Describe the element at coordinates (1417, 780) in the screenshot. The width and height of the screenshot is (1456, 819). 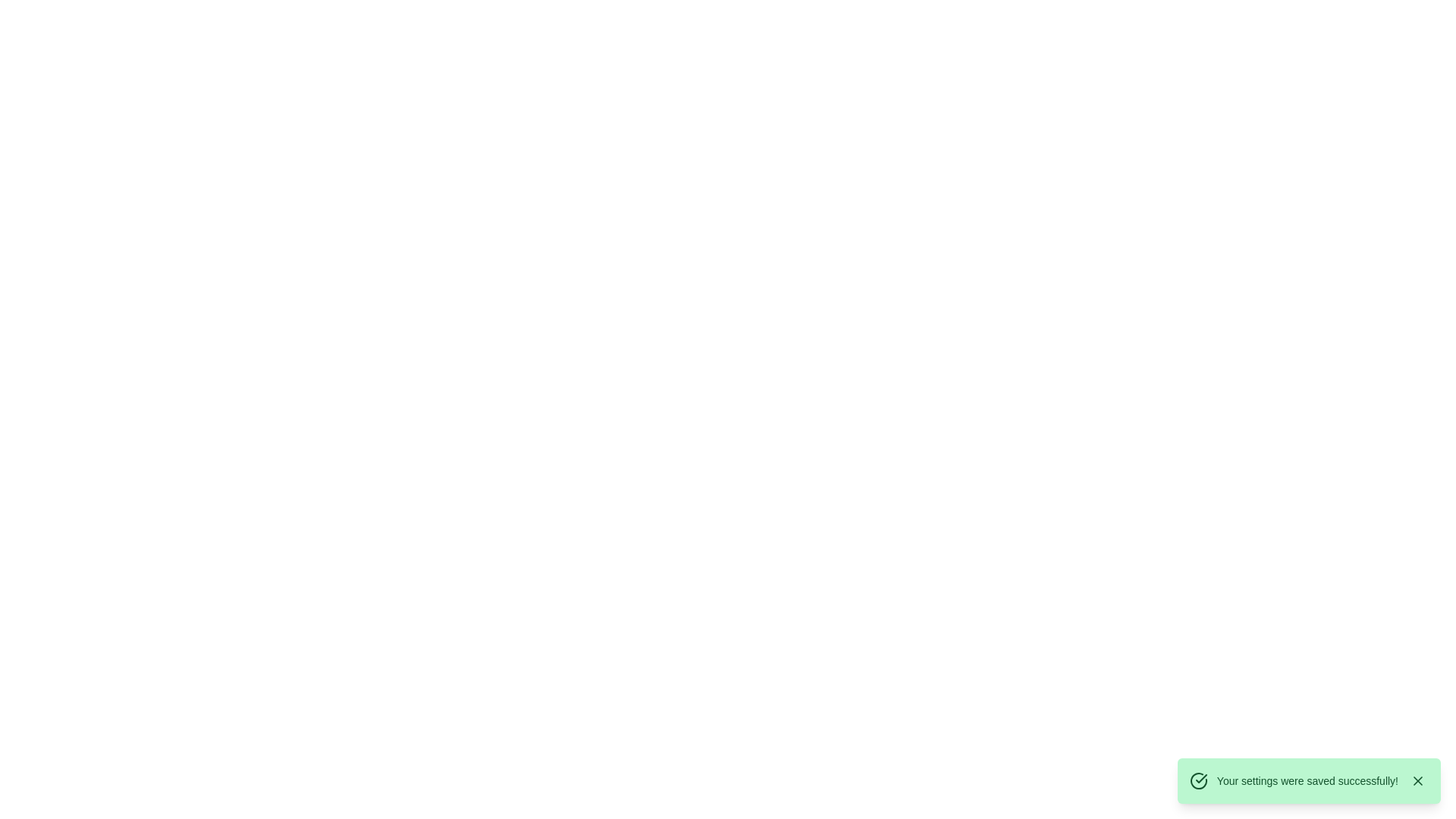
I see `the small green 'X' icon located at the bottom-right corner of the green success message box` at that location.